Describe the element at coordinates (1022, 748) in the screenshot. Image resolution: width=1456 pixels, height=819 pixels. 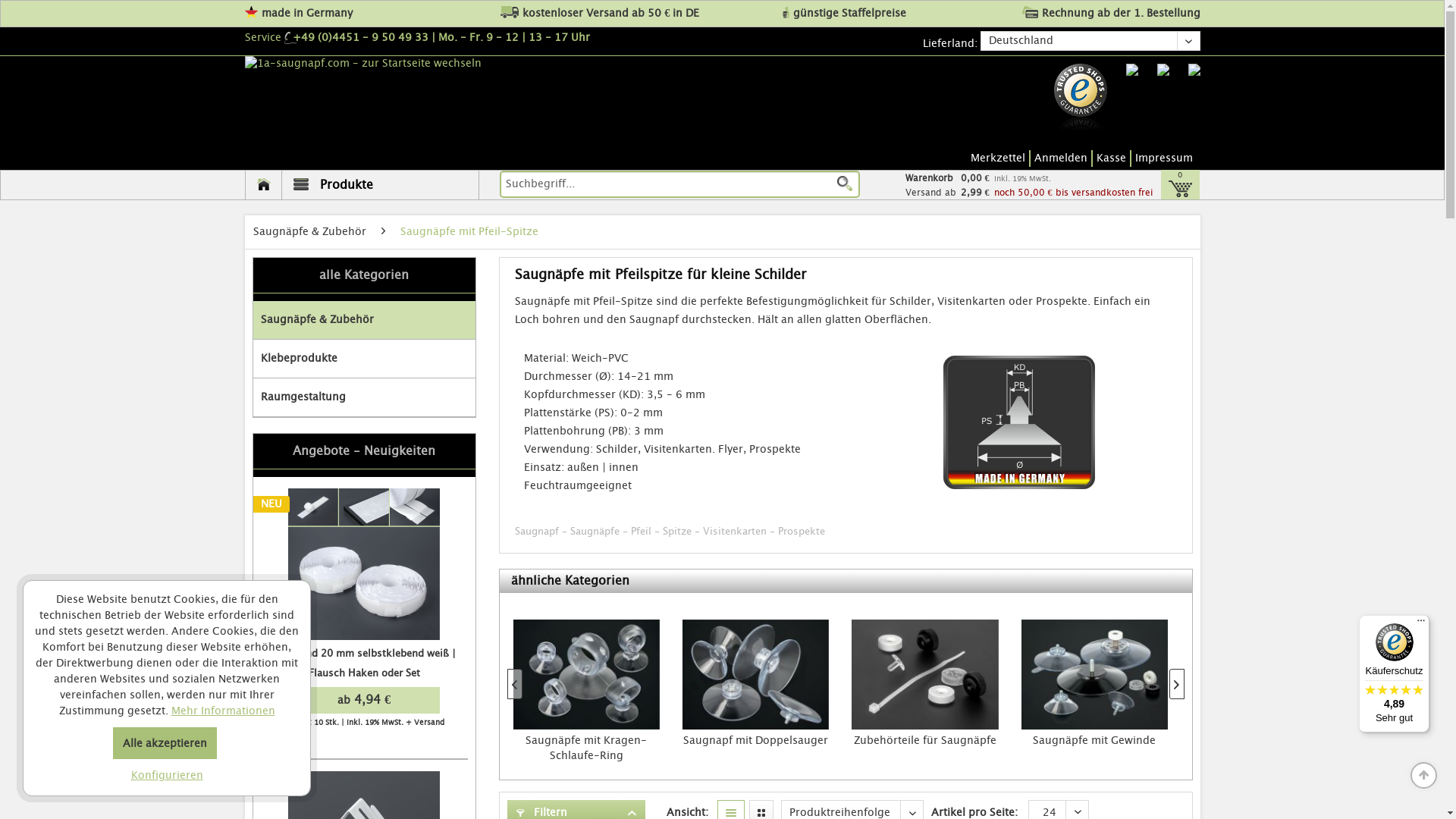
I see `'Saugnapf mit Doppelsauger'` at that location.